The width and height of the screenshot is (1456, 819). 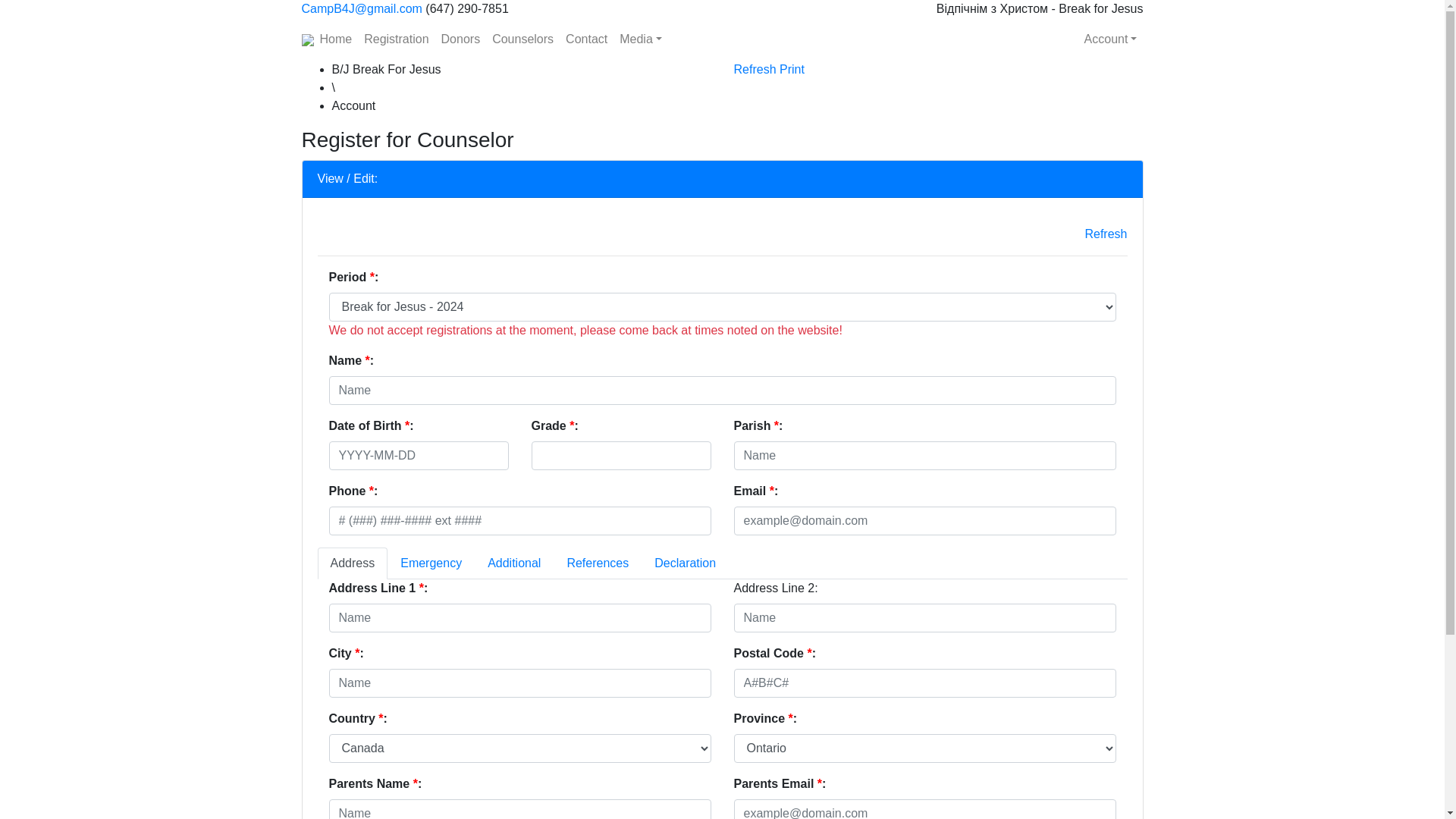 I want to click on 'Address', so click(x=315, y=563).